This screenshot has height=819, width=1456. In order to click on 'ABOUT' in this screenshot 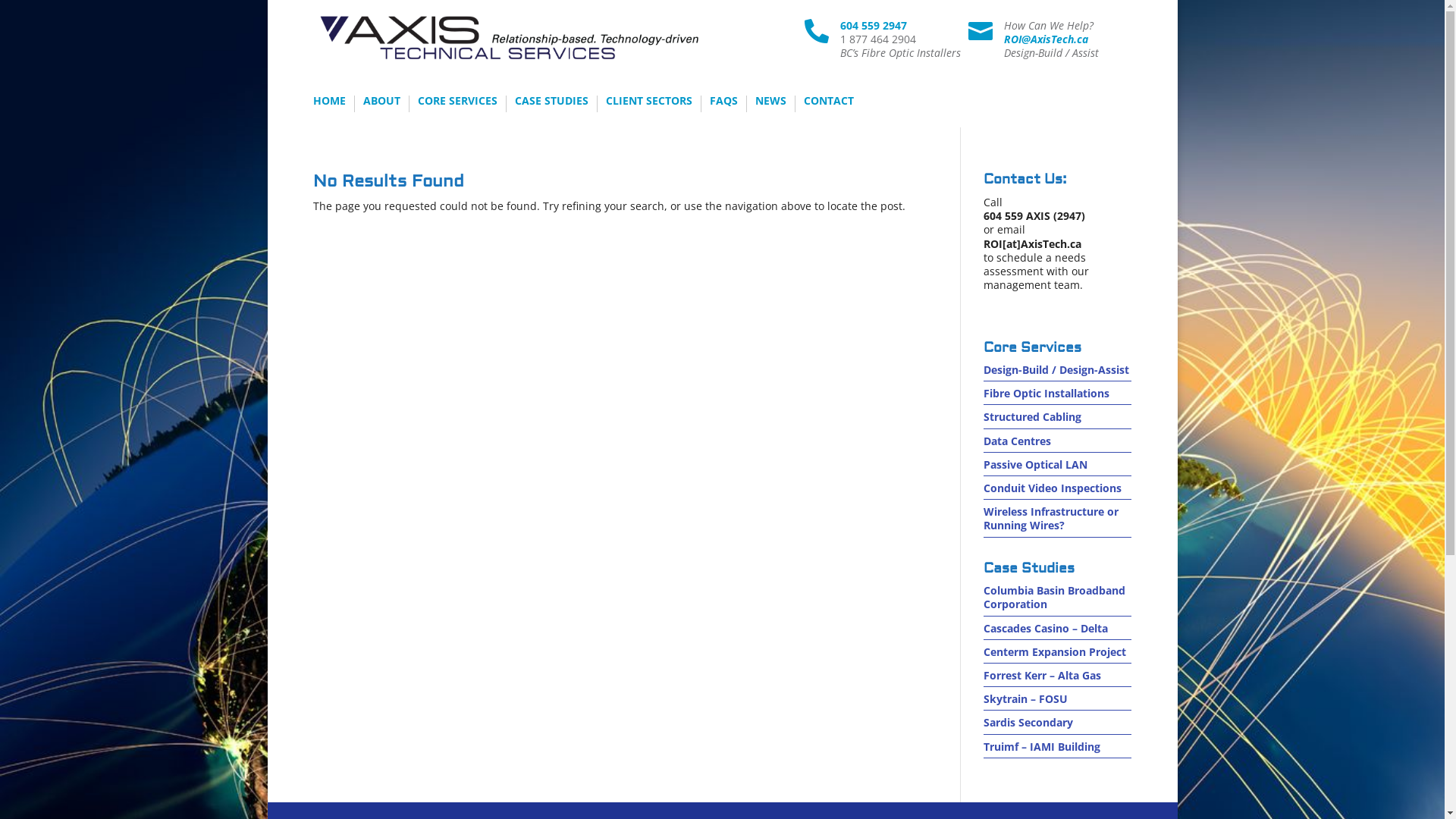, I will do `click(362, 103)`.